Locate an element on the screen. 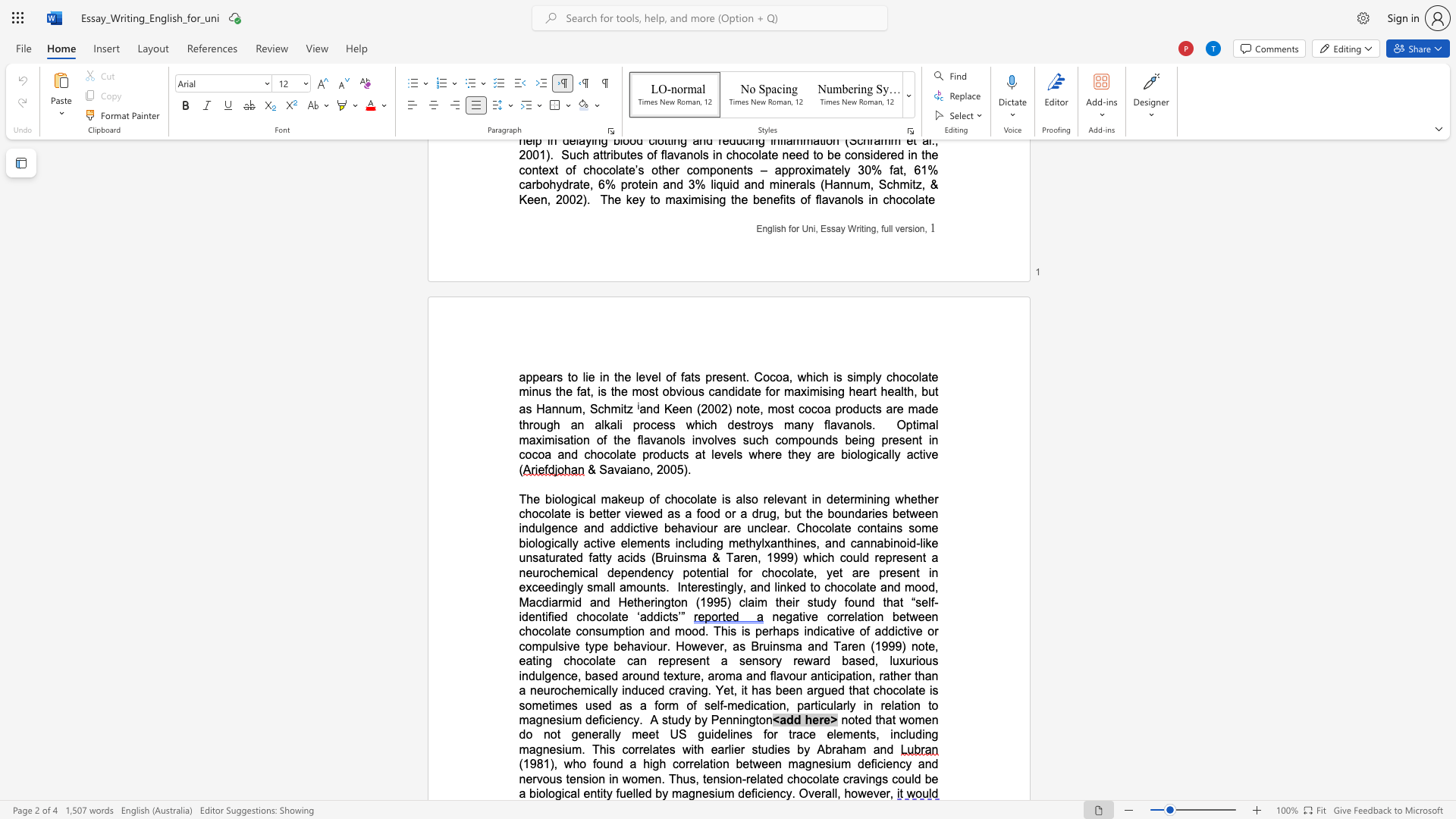 This screenshot has height=819, width=1456. the space between the continuous character "a" and "t" in the text is located at coordinates (704, 499).